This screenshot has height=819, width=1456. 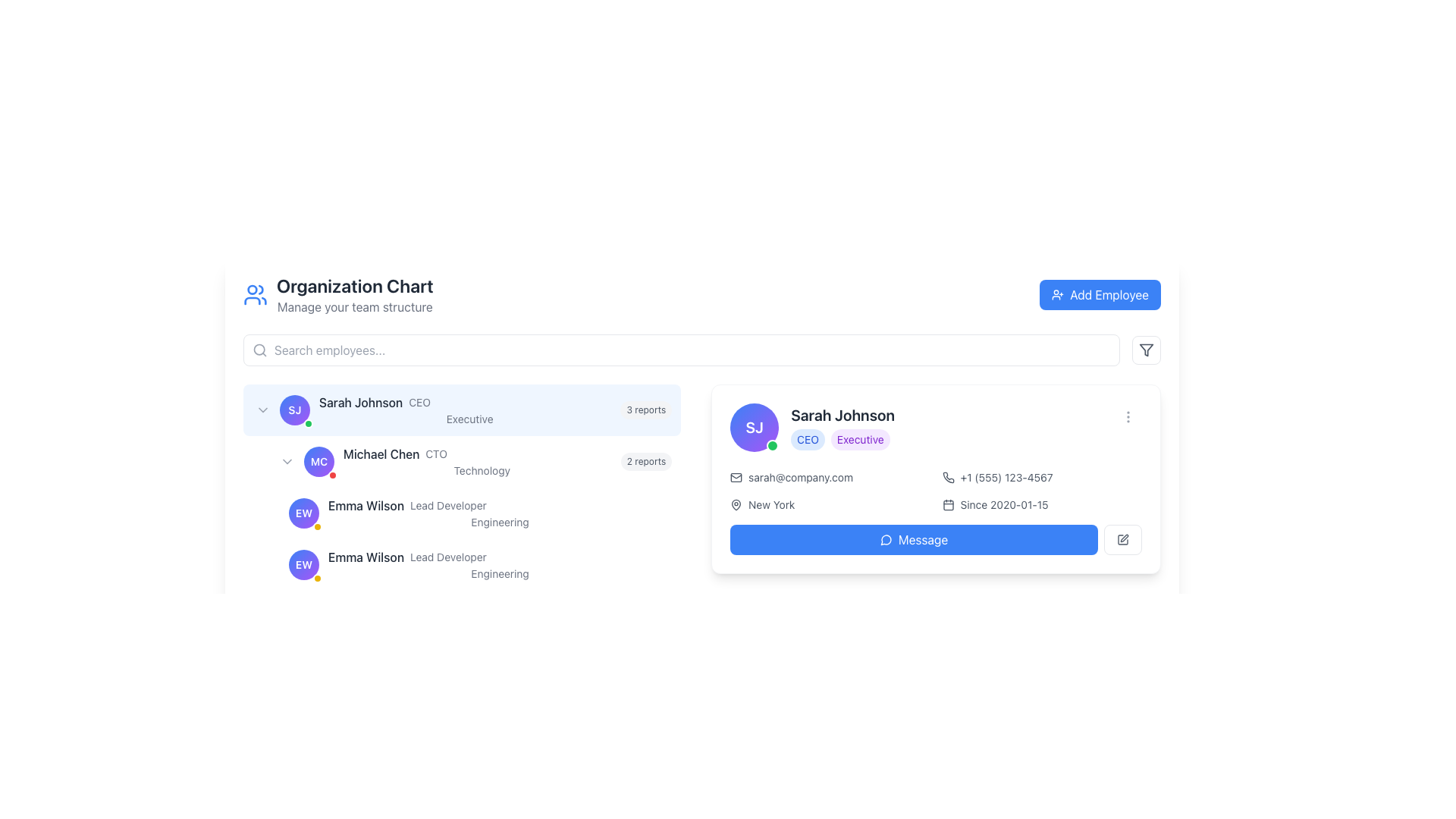 I want to click on phone number displayed in the Text label, which is styled with a small text size and dark gray color, positioned within a profile card next to a phone icon, so click(x=1006, y=476).